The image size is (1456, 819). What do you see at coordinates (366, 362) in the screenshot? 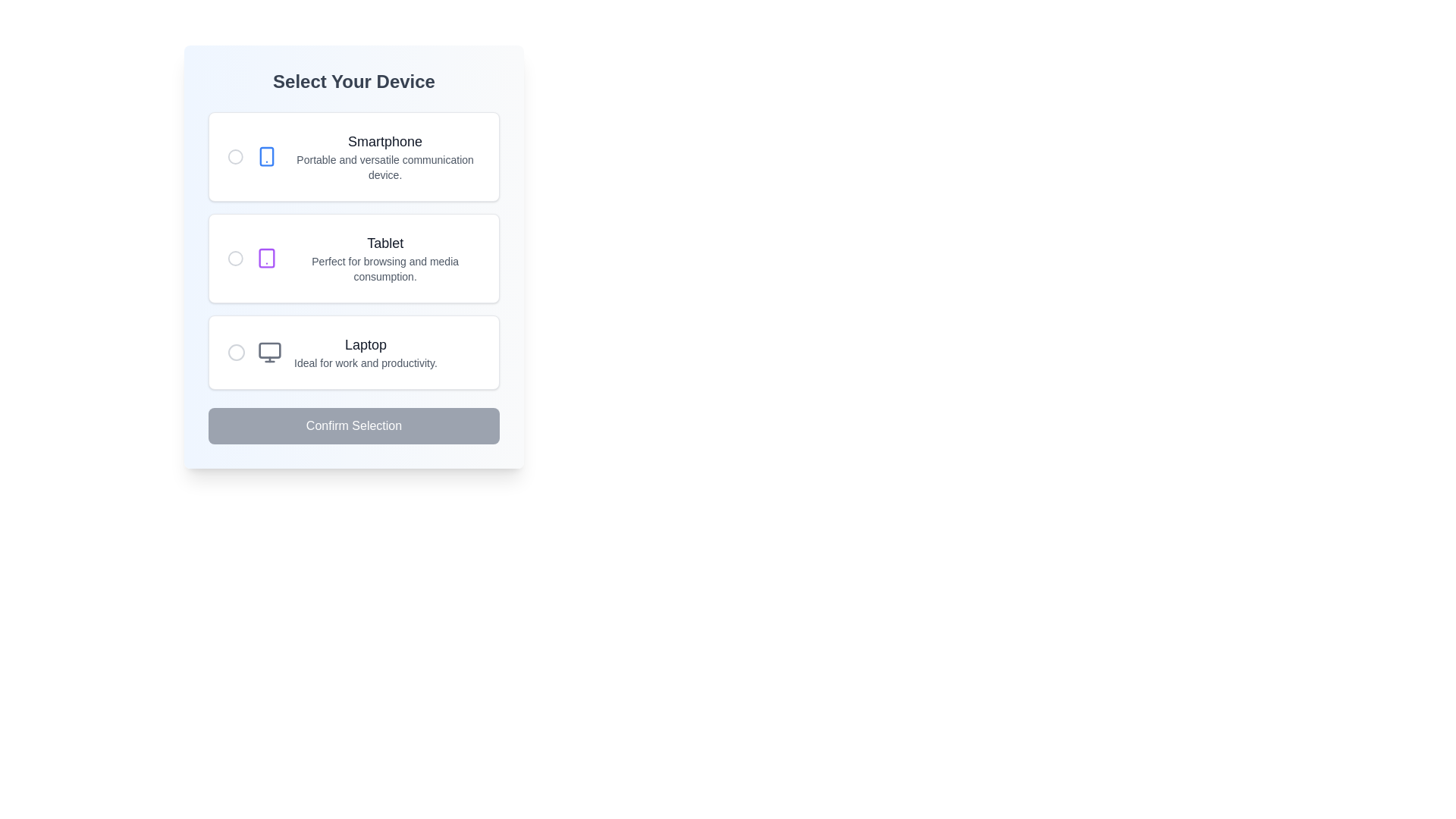
I see `descriptive text label indicating the suitability of the 'Laptop' option for work and productivity, located below the main heading 'Laptop' in the third selectable option group` at bounding box center [366, 362].